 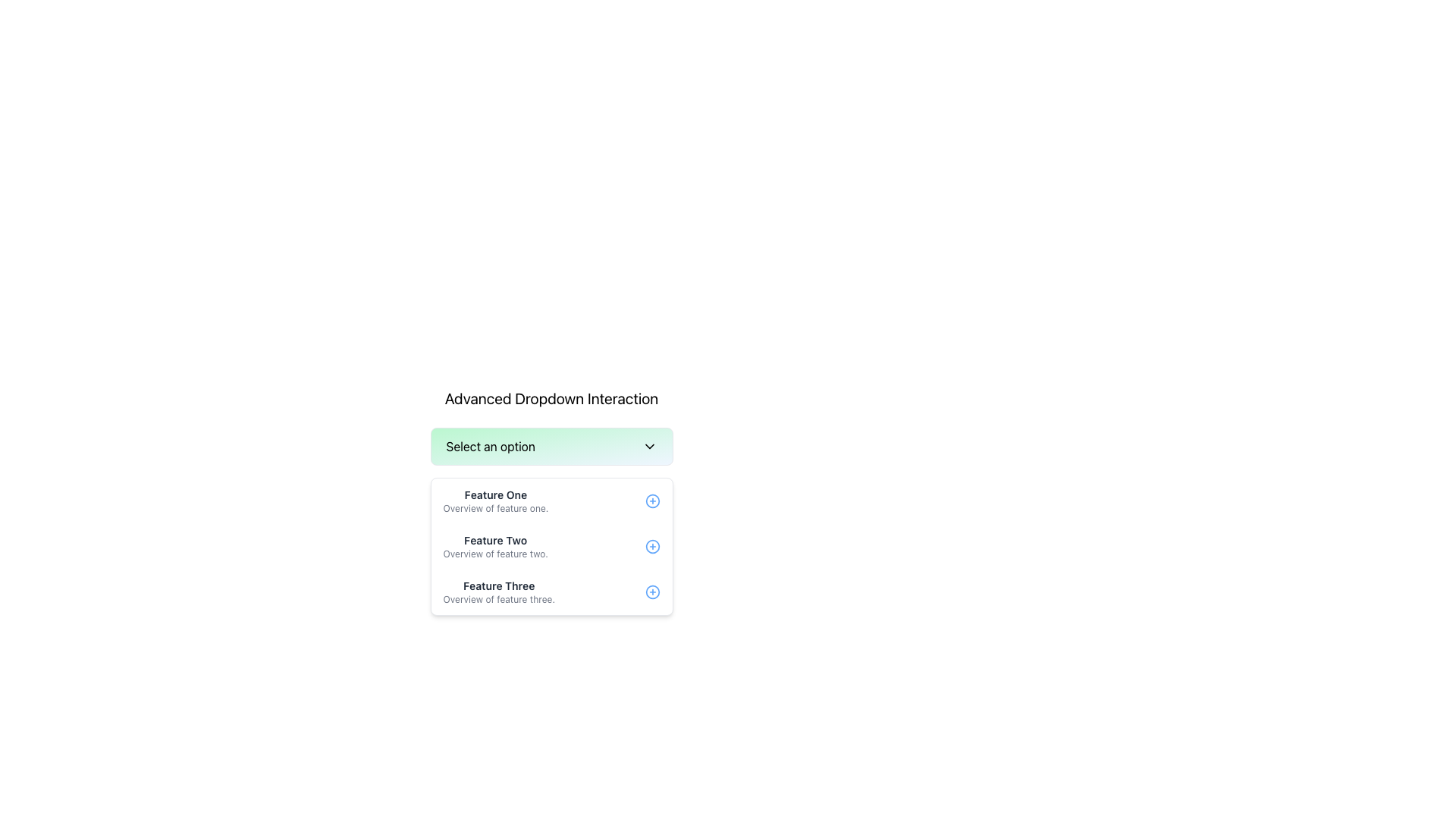 I want to click on the green gradient-styled dropdown menu labeled 'Select an option' positioned beneath 'Advanced Dropdown Interaction', so click(x=551, y=427).